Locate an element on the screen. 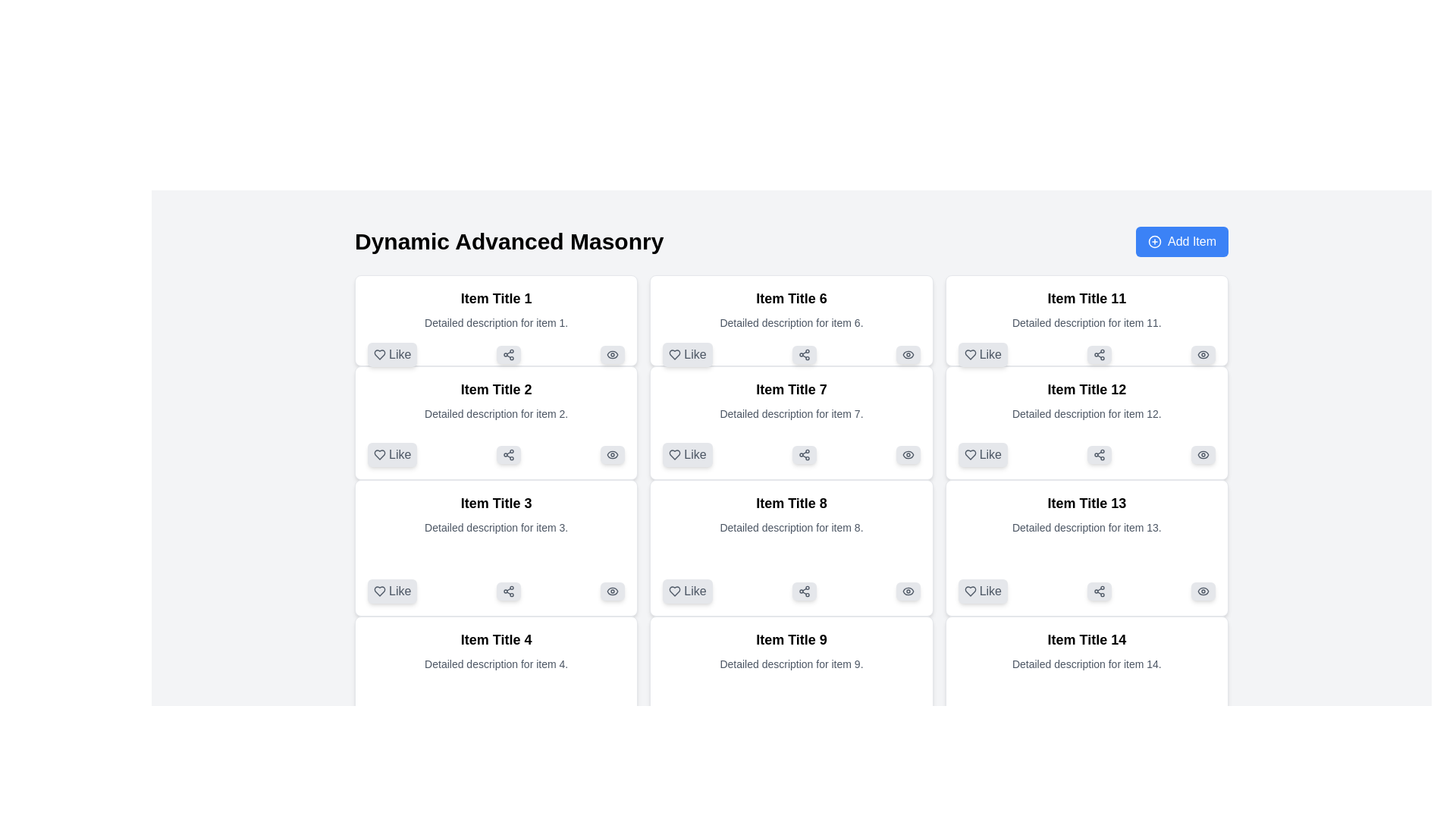 This screenshot has width=1456, height=819. the eye icon located in the bottom-right corner of the 'Item Title 3' card, which is styled in shades of gray and is positioned next to the 'Like' and 'Share' buttons is located at coordinates (613, 590).